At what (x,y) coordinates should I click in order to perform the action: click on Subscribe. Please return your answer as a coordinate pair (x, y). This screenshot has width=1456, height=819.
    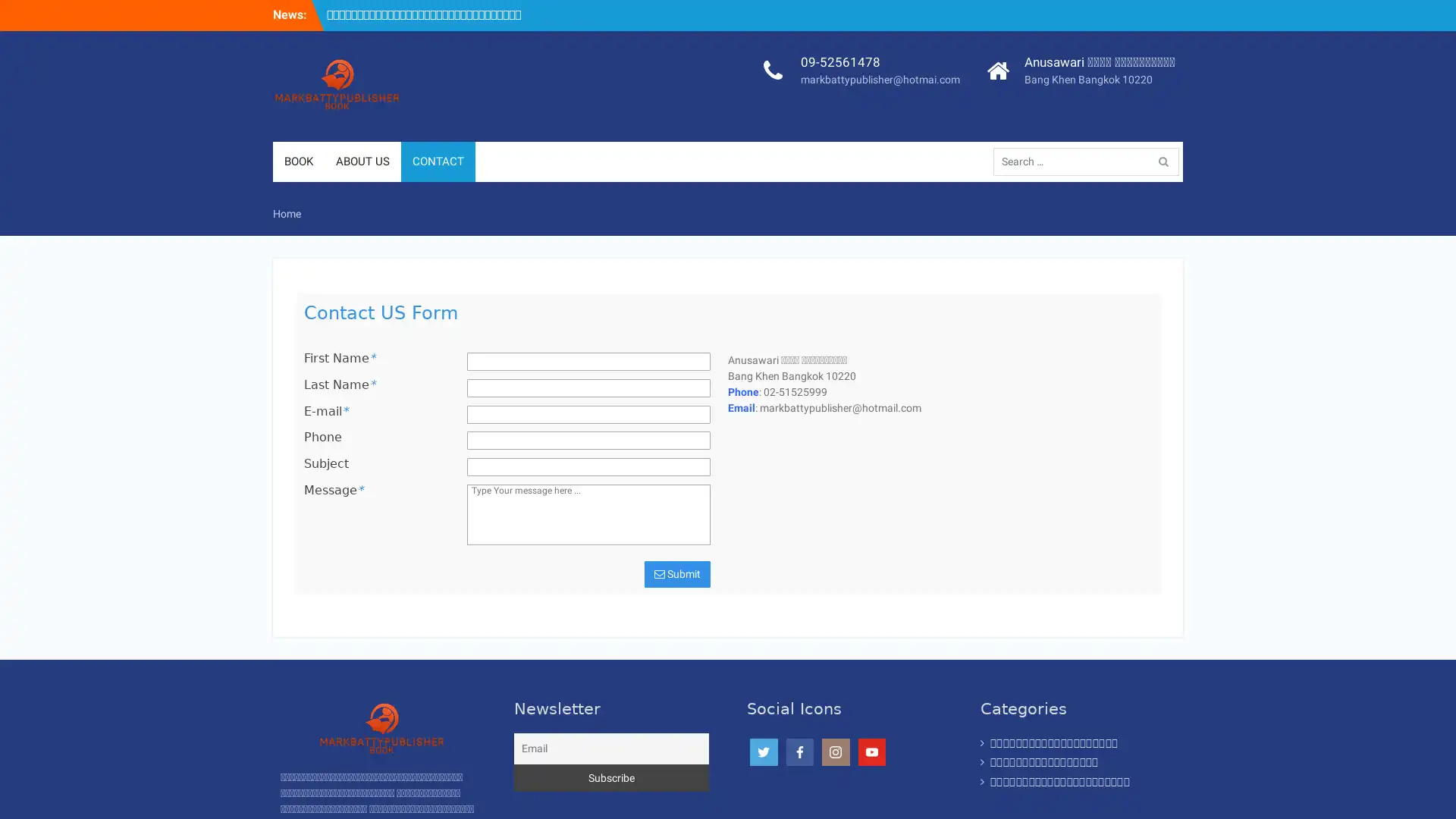
    Looking at the image, I should click on (611, 777).